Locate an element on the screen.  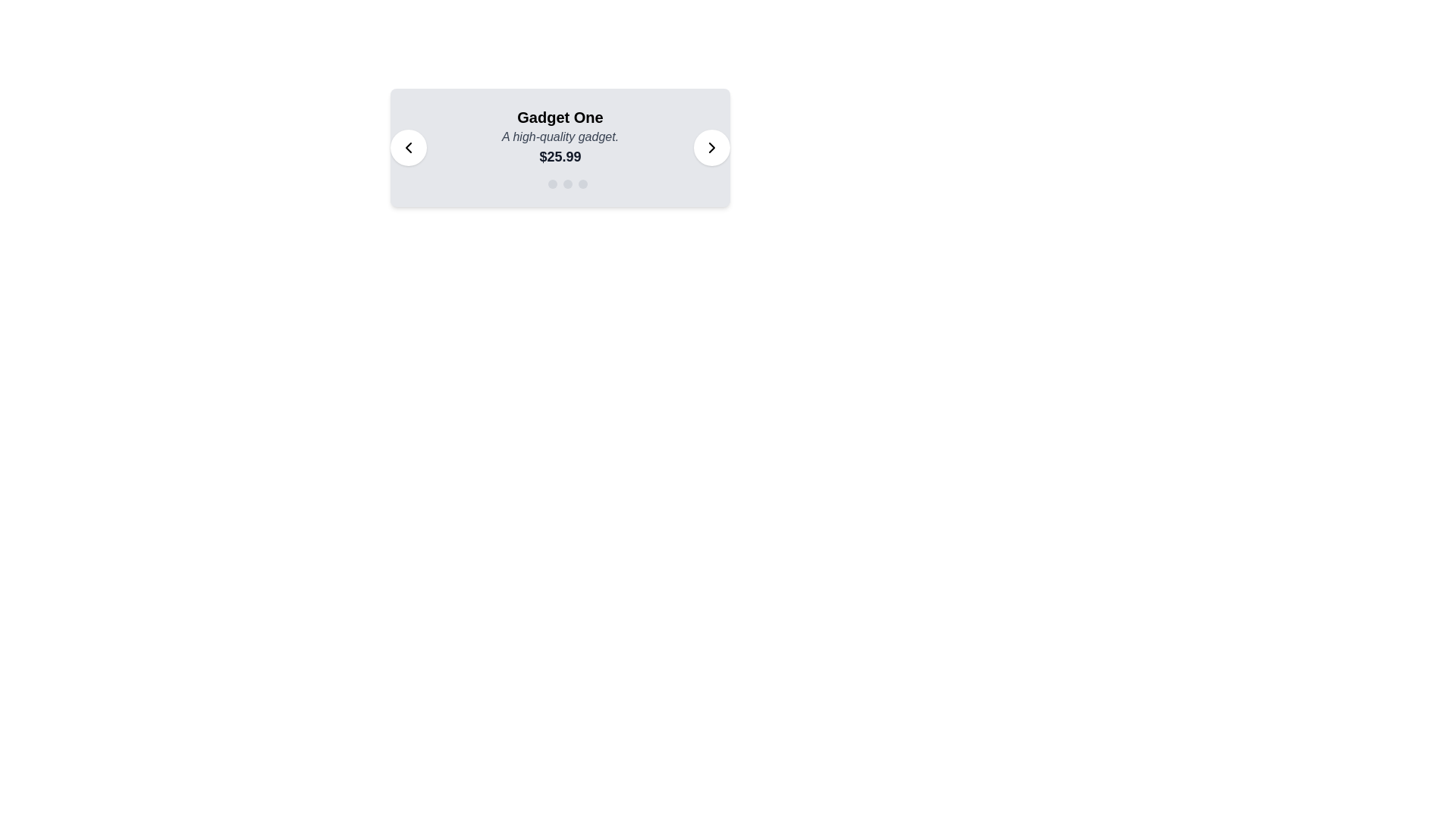
the button located to the right of the 'Gadget One' text and price information is located at coordinates (711, 148).